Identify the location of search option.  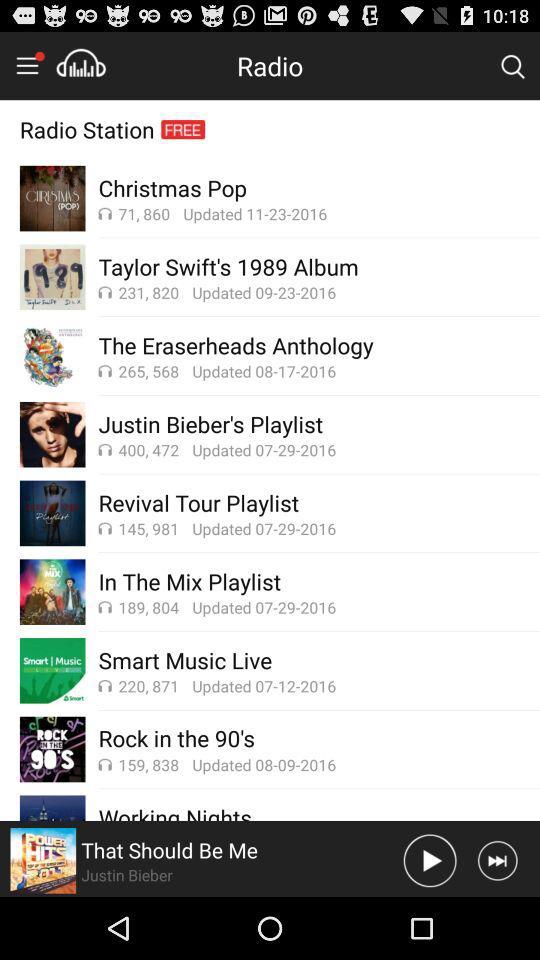
(512, 65).